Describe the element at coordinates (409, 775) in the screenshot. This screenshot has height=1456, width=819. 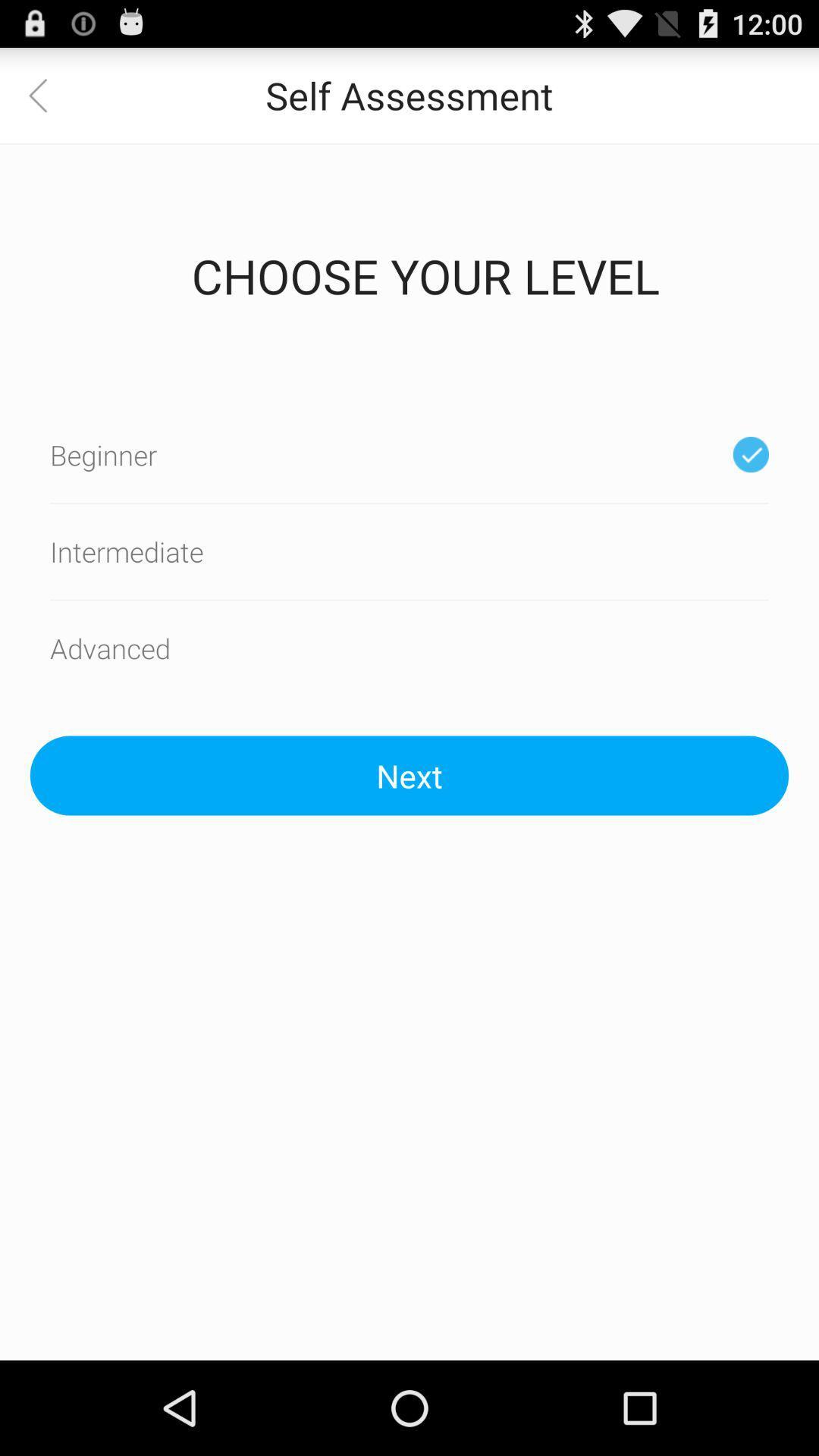
I see `item below advanced item` at that location.